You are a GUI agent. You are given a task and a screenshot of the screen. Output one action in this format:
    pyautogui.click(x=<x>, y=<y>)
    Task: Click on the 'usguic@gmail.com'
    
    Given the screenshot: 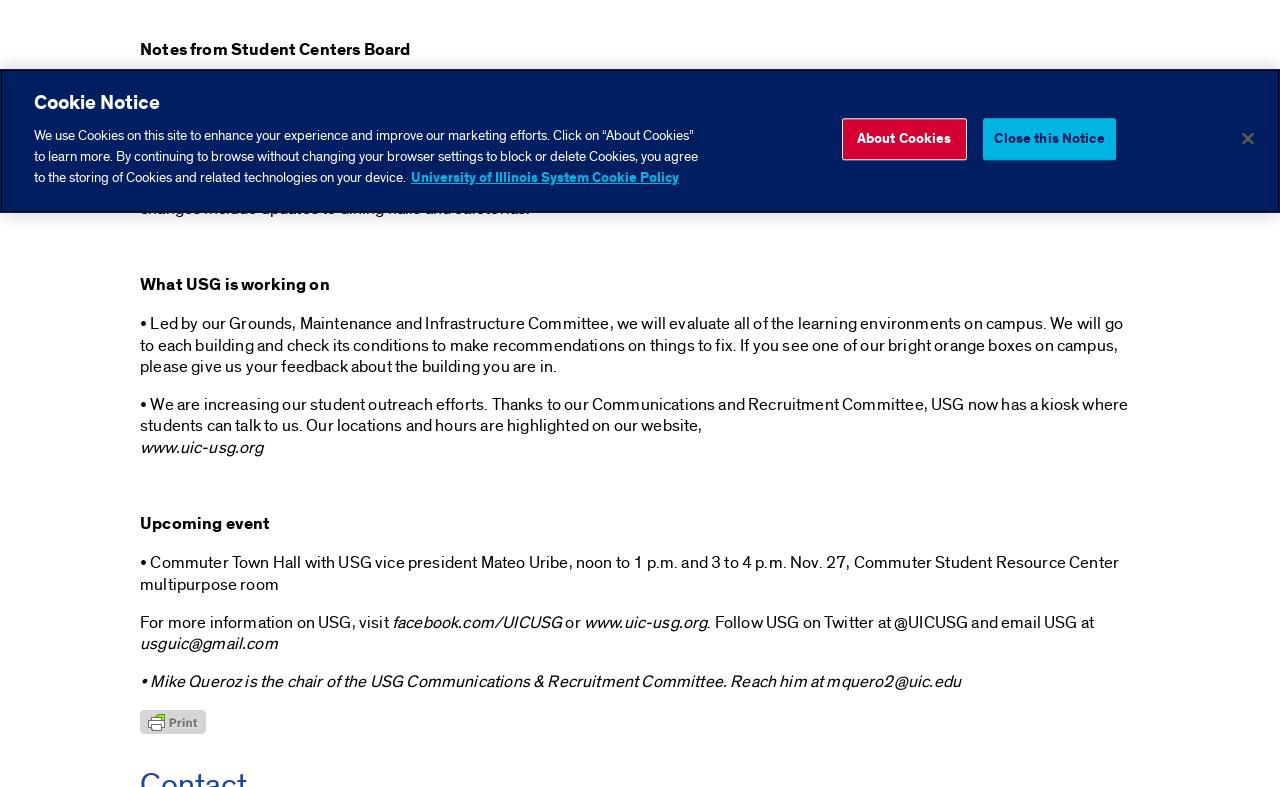 What is the action you would take?
    pyautogui.click(x=208, y=642)
    